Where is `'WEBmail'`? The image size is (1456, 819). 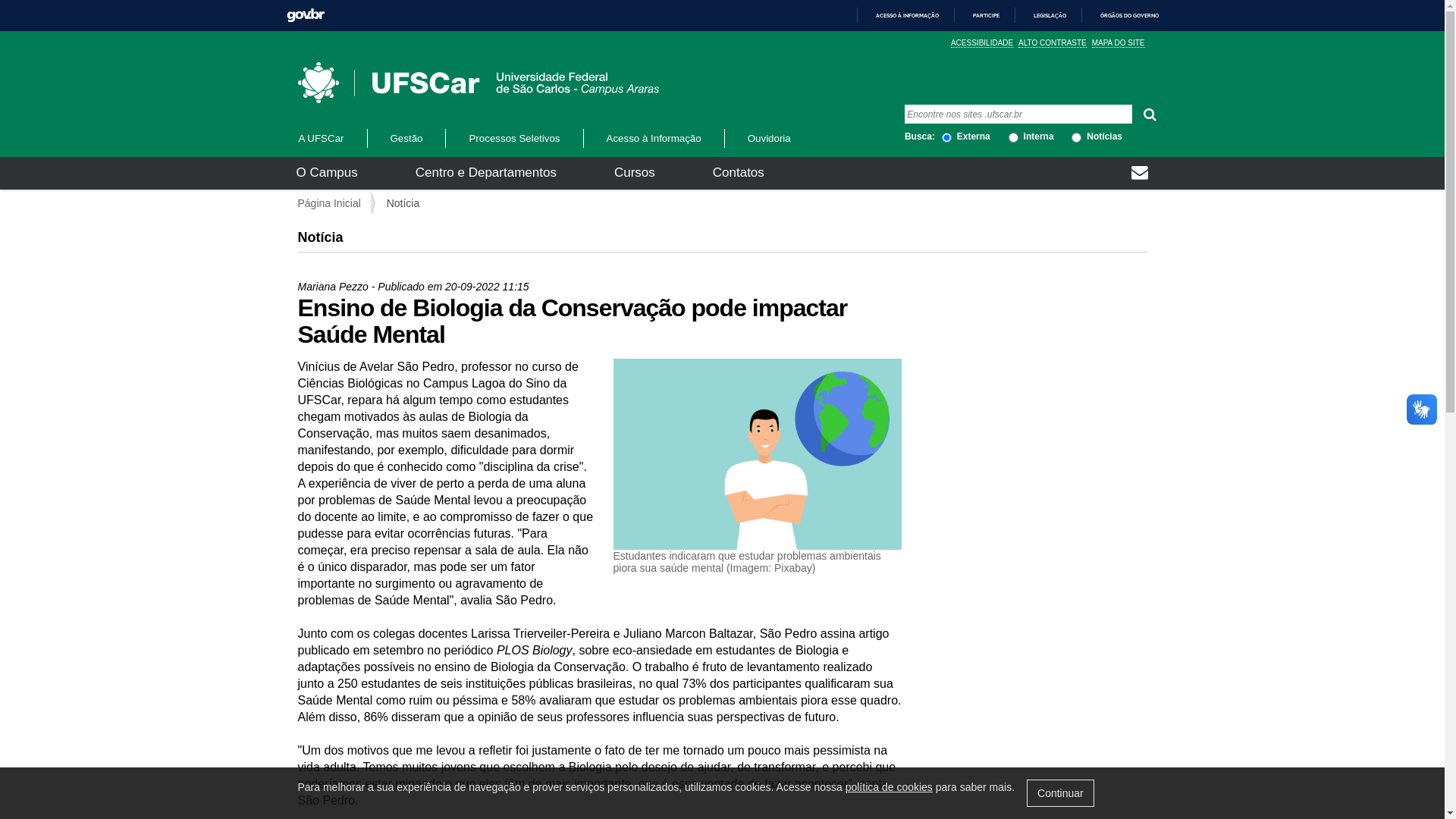
'WEBmail' is located at coordinates (1139, 174).